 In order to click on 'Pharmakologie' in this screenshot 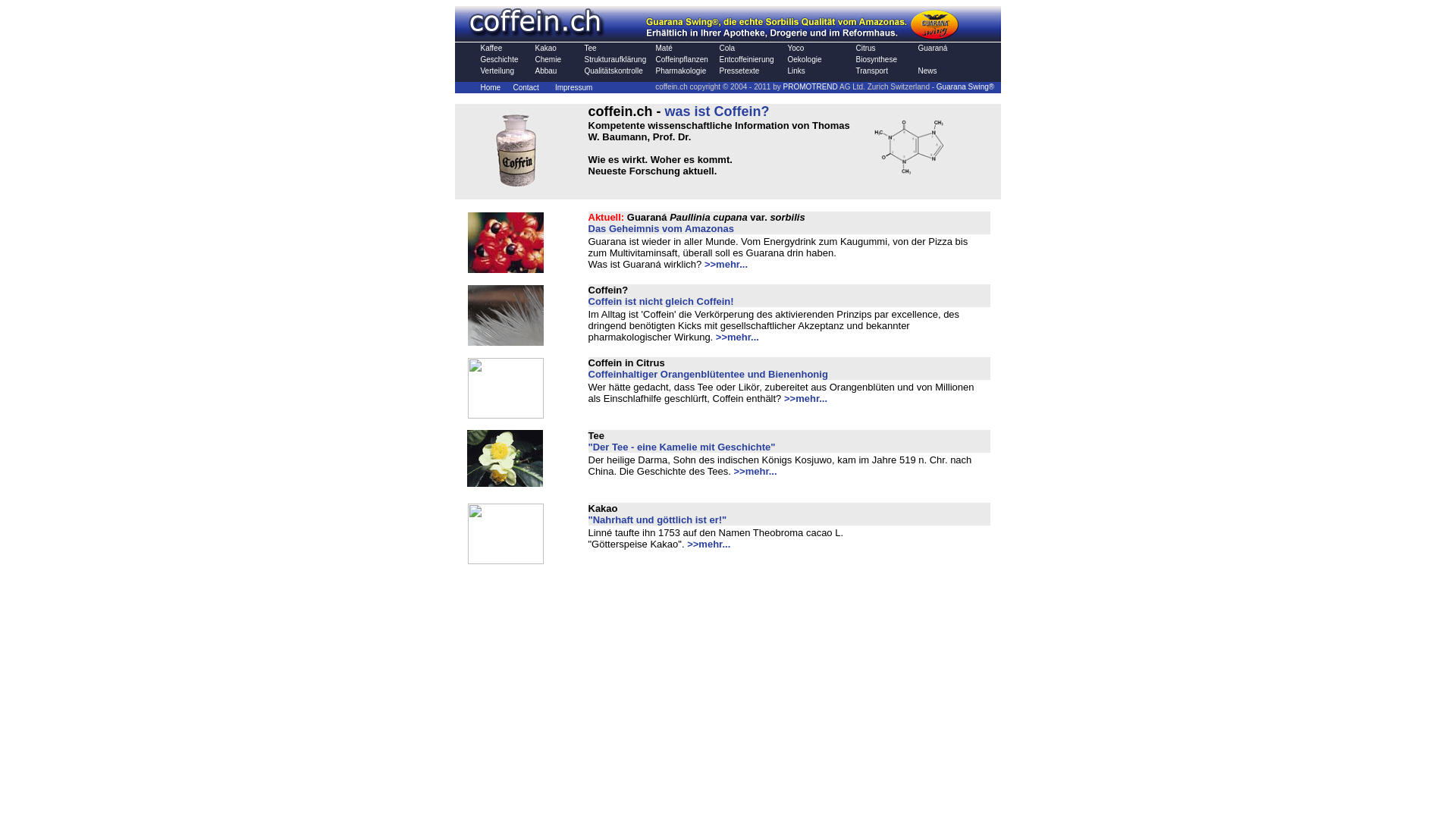, I will do `click(655, 71)`.